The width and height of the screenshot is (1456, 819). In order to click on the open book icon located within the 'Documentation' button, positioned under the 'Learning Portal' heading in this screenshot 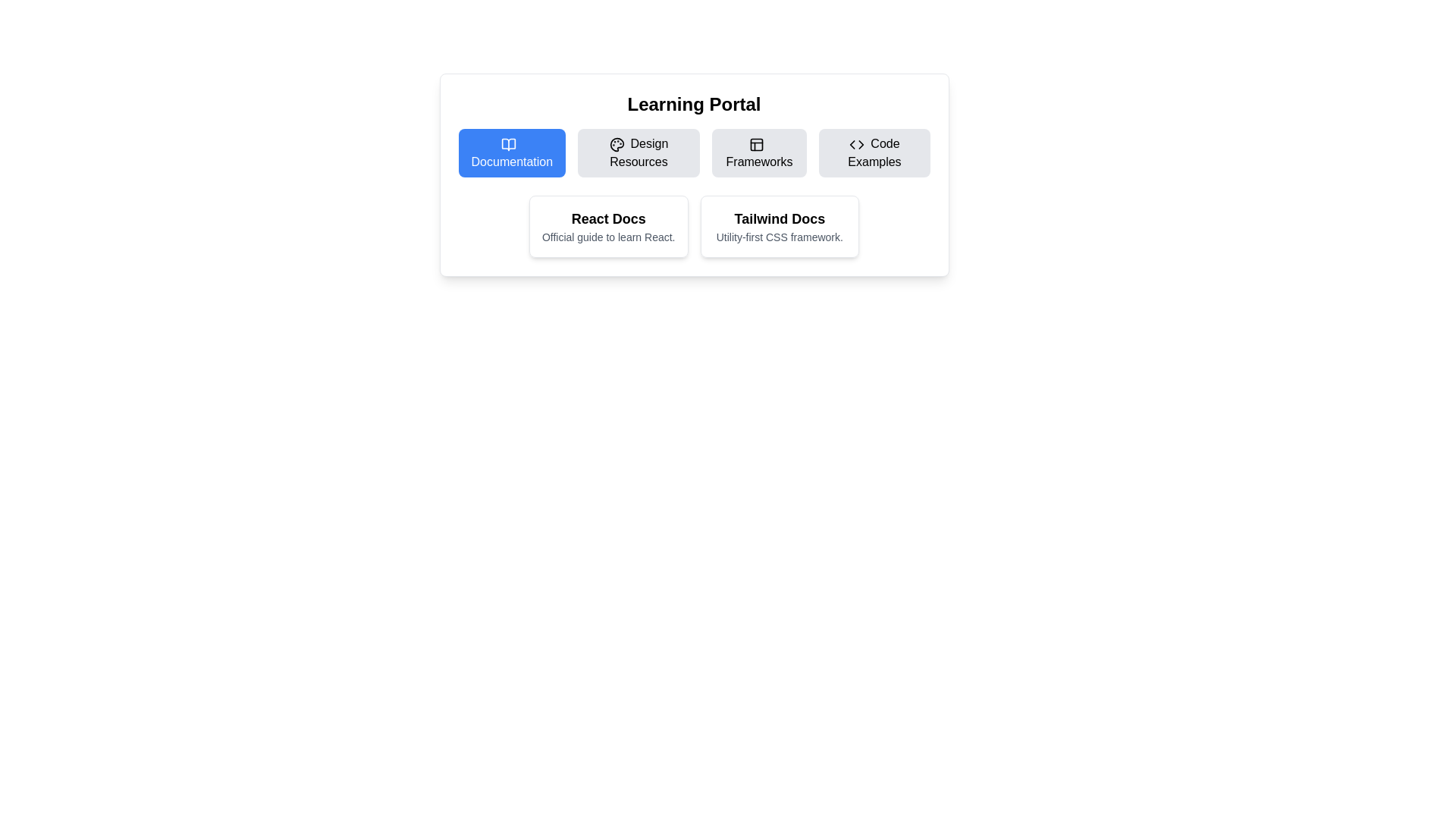, I will do `click(509, 144)`.